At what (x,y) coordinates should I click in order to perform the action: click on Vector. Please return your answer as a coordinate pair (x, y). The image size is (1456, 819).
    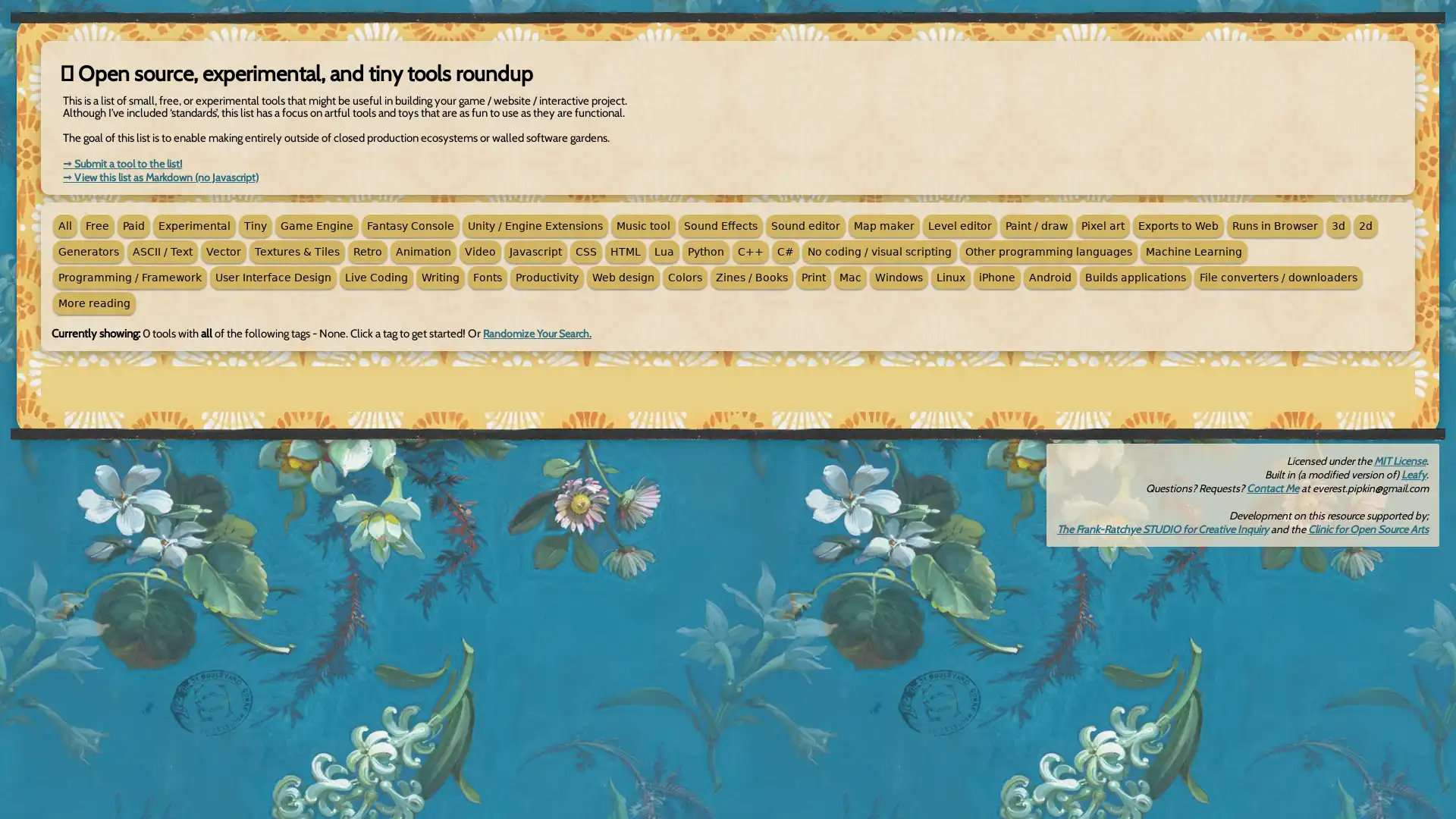
    Looking at the image, I should click on (222, 250).